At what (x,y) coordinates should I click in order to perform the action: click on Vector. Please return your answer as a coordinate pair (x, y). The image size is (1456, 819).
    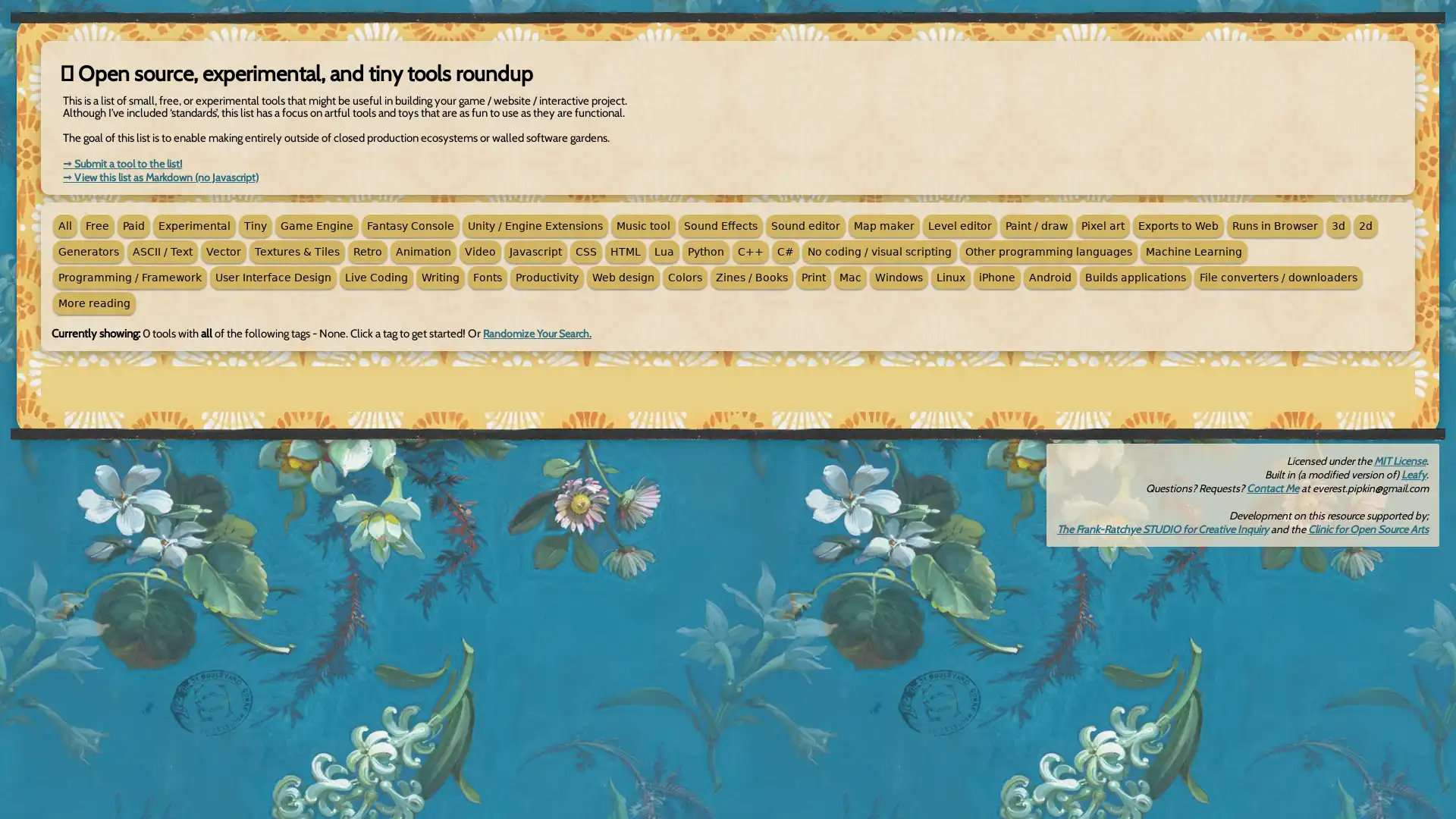
    Looking at the image, I should click on (222, 250).